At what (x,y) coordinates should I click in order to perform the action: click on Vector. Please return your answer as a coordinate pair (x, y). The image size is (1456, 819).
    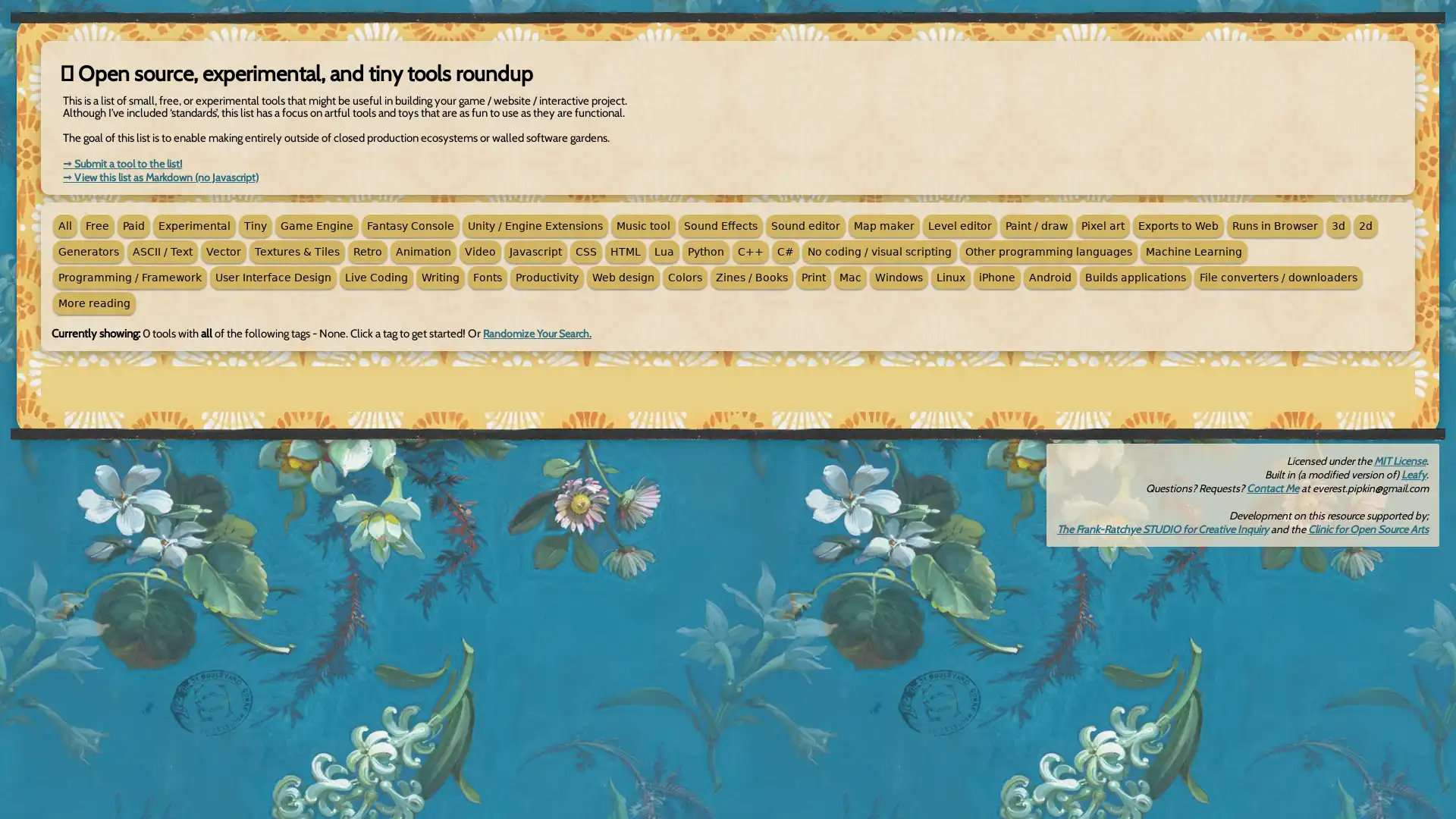
    Looking at the image, I should click on (222, 250).